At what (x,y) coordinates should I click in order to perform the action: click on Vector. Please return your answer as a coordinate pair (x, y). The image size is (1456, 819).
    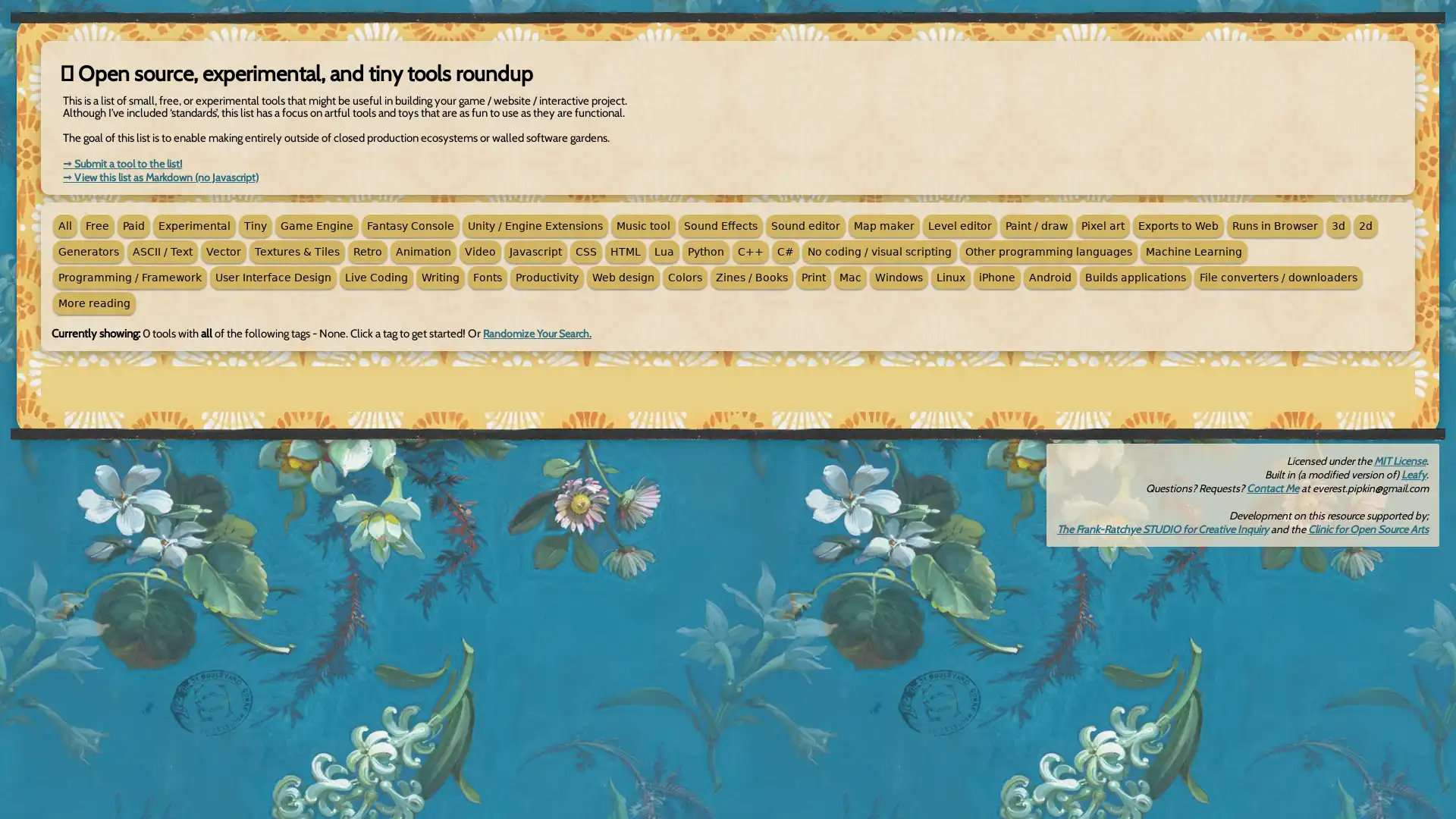
    Looking at the image, I should click on (222, 250).